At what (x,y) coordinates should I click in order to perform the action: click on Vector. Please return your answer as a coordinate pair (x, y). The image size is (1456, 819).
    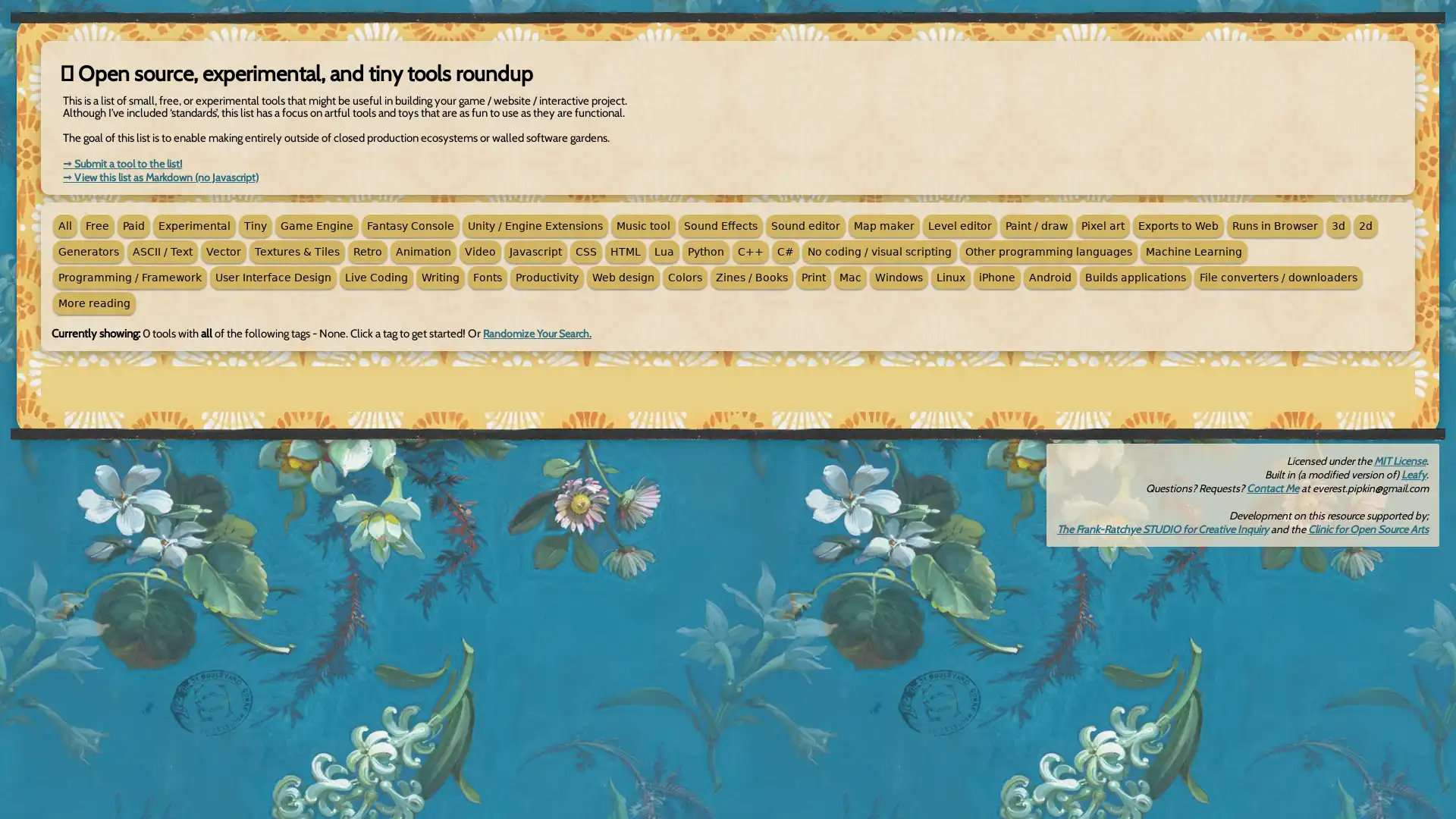
    Looking at the image, I should click on (222, 250).